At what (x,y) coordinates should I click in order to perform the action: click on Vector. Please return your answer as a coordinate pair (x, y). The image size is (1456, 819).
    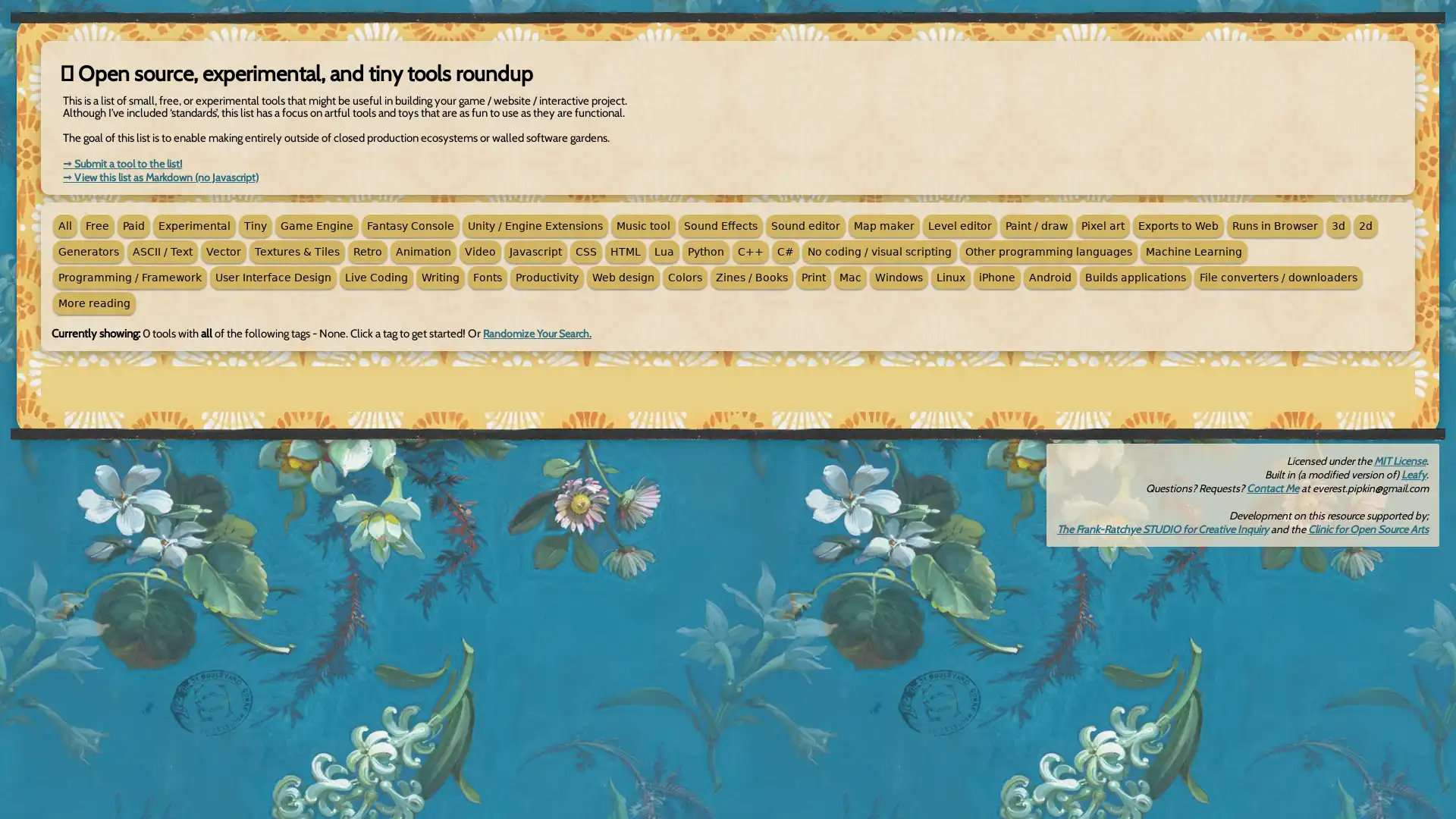
    Looking at the image, I should click on (222, 250).